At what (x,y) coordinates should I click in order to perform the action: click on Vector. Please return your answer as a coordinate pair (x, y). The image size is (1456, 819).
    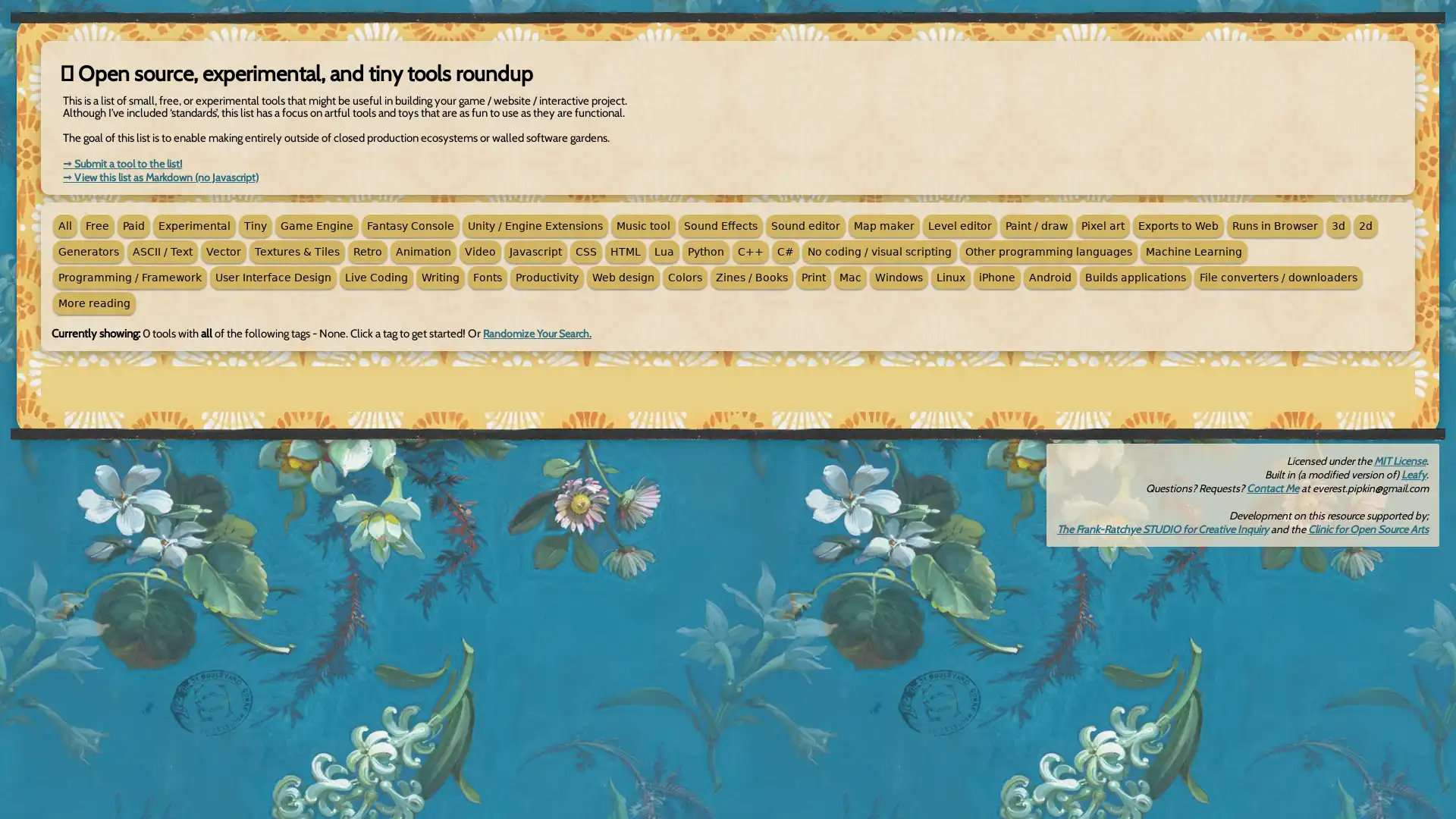
    Looking at the image, I should click on (222, 250).